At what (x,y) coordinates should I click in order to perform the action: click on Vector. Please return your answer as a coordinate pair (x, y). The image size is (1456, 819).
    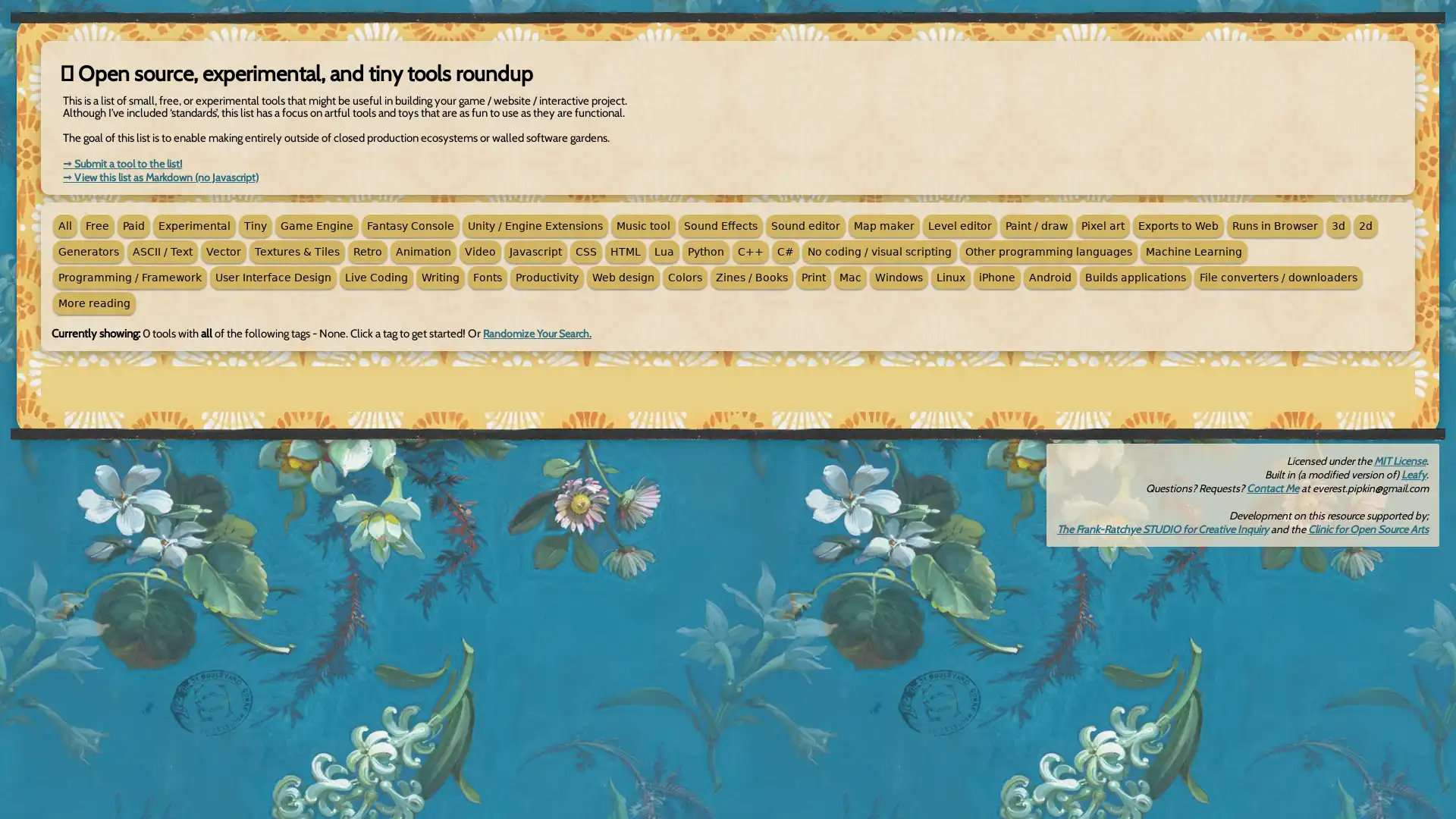
    Looking at the image, I should click on (222, 250).